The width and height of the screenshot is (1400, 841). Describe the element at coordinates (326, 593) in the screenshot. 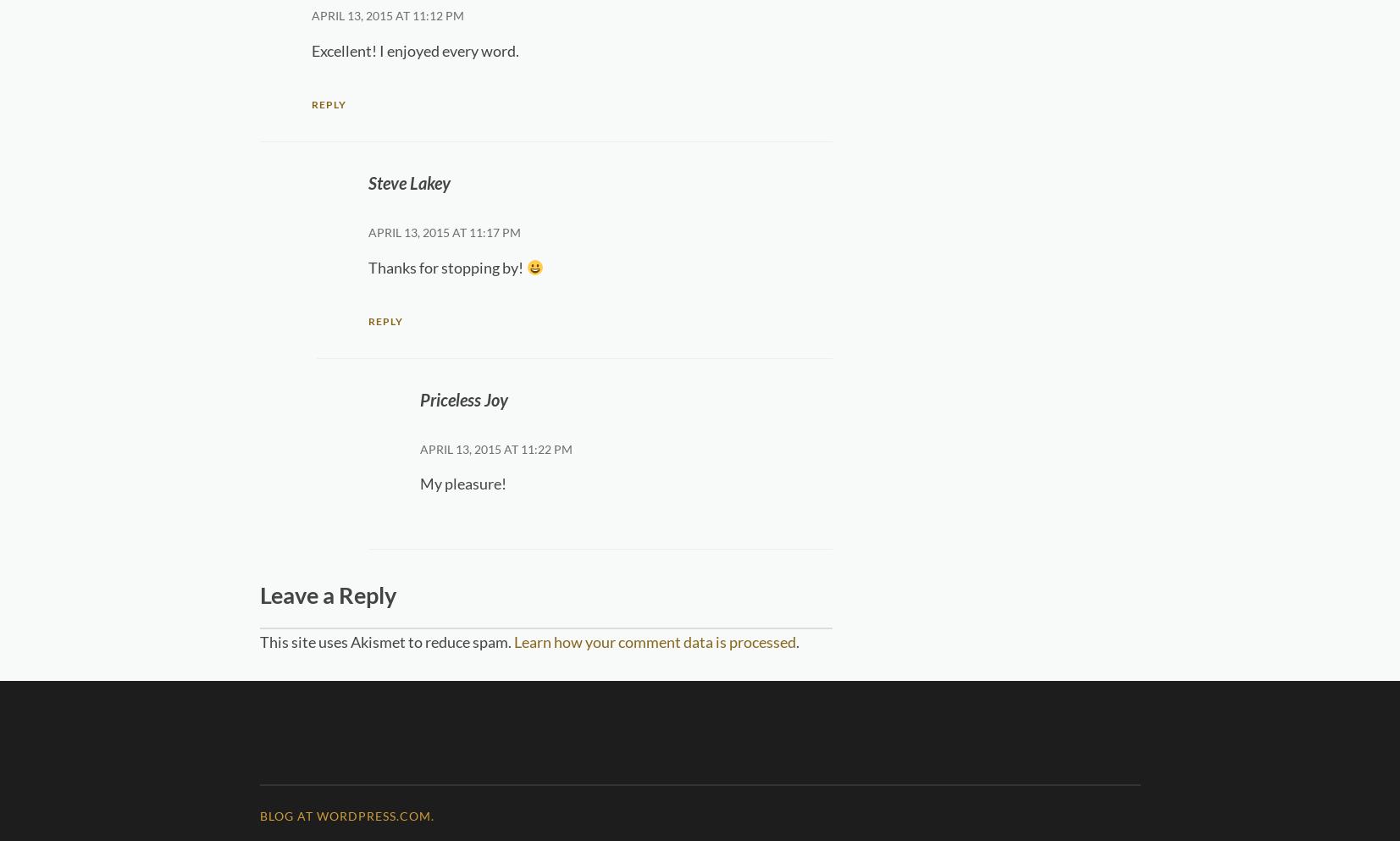

I see `'Leave a Reply'` at that location.